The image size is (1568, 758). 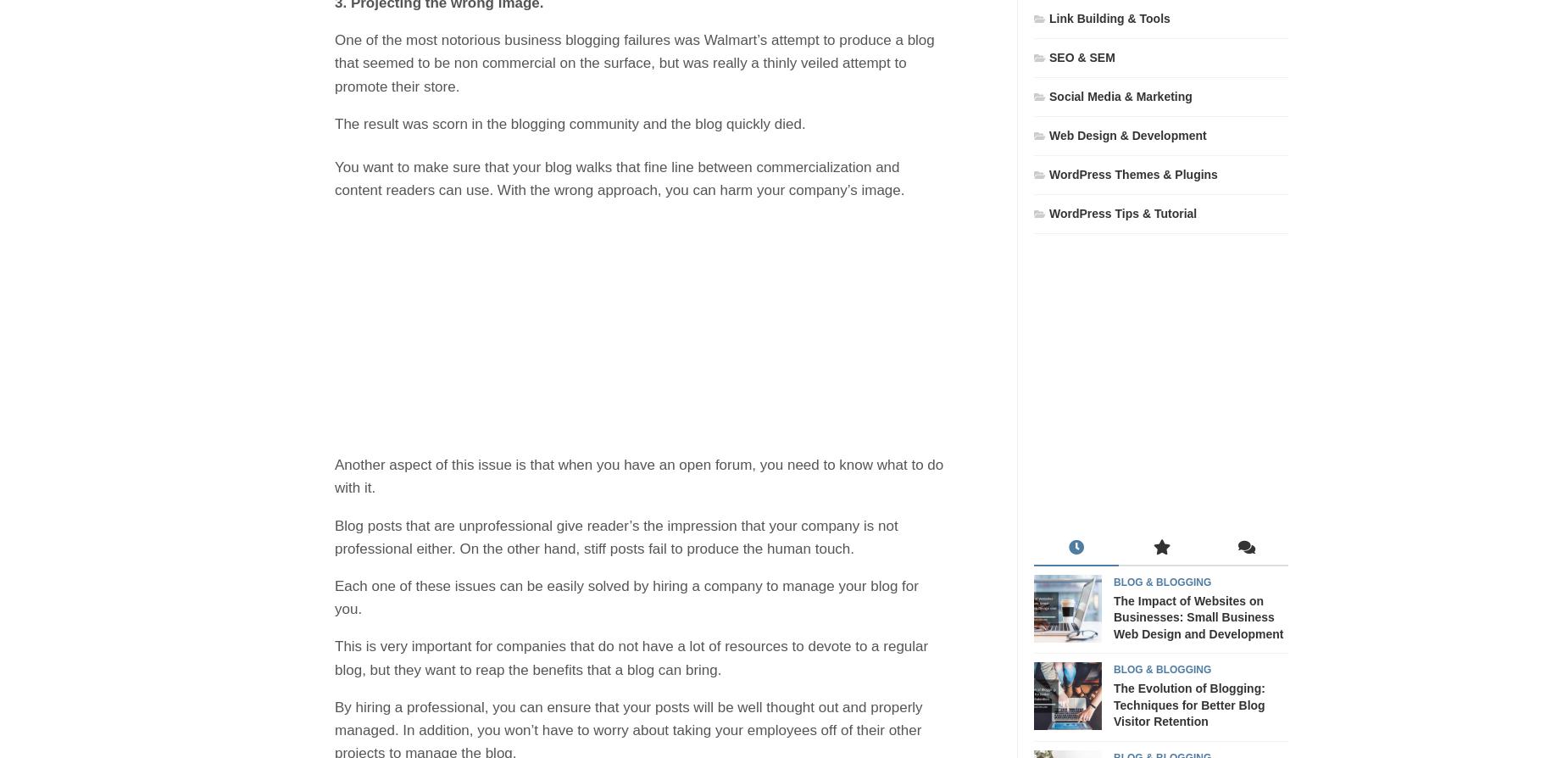 What do you see at coordinates (1048, 135) in the screenshot?
I see `'Web Design & Development'` at bounding box center [1048, 135].